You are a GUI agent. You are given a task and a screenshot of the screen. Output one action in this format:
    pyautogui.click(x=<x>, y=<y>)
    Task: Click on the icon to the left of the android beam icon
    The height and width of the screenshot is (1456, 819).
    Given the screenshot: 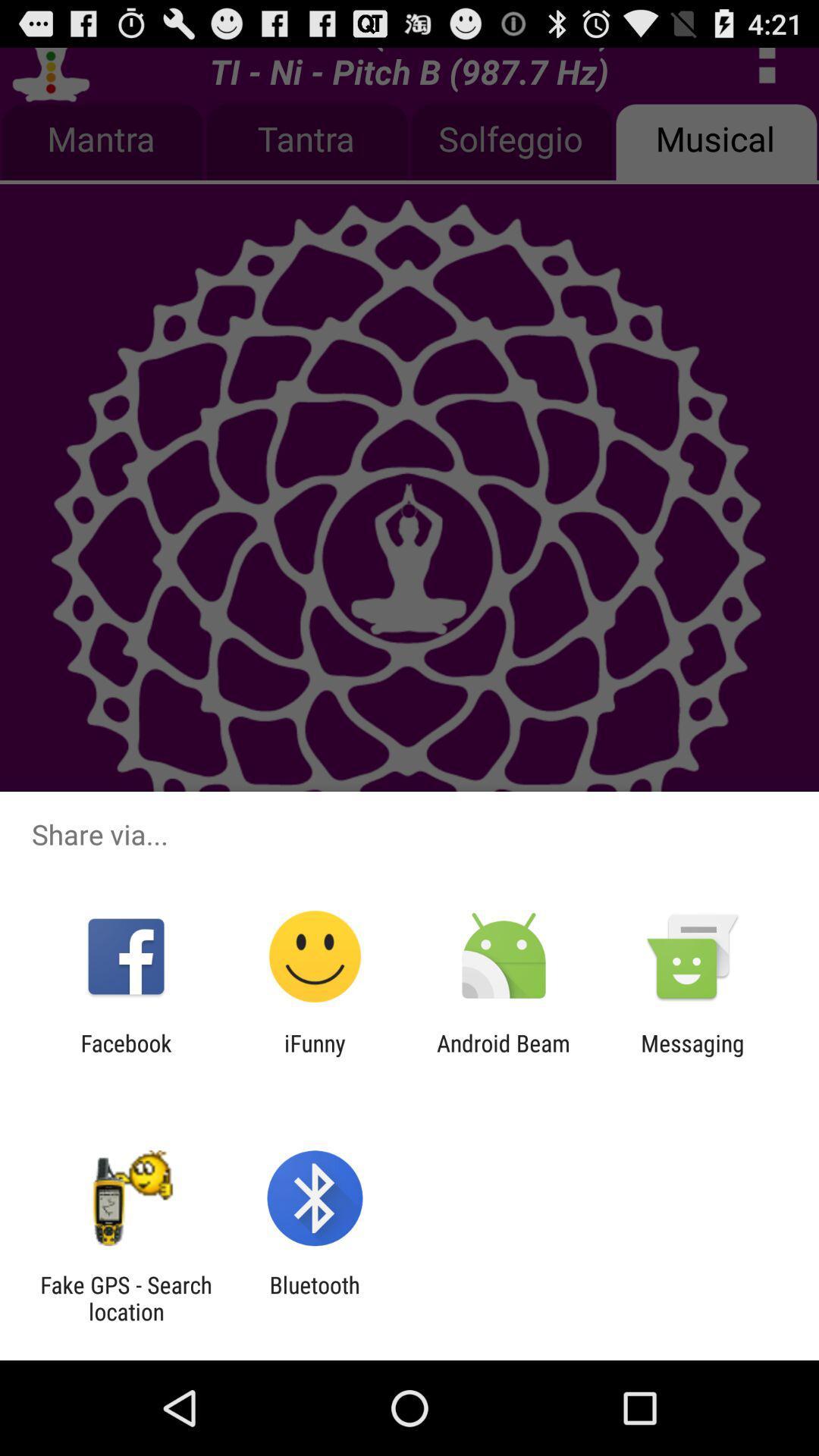 What is the action you would take?
    pyautogui.click(x=314, y=1056)
    